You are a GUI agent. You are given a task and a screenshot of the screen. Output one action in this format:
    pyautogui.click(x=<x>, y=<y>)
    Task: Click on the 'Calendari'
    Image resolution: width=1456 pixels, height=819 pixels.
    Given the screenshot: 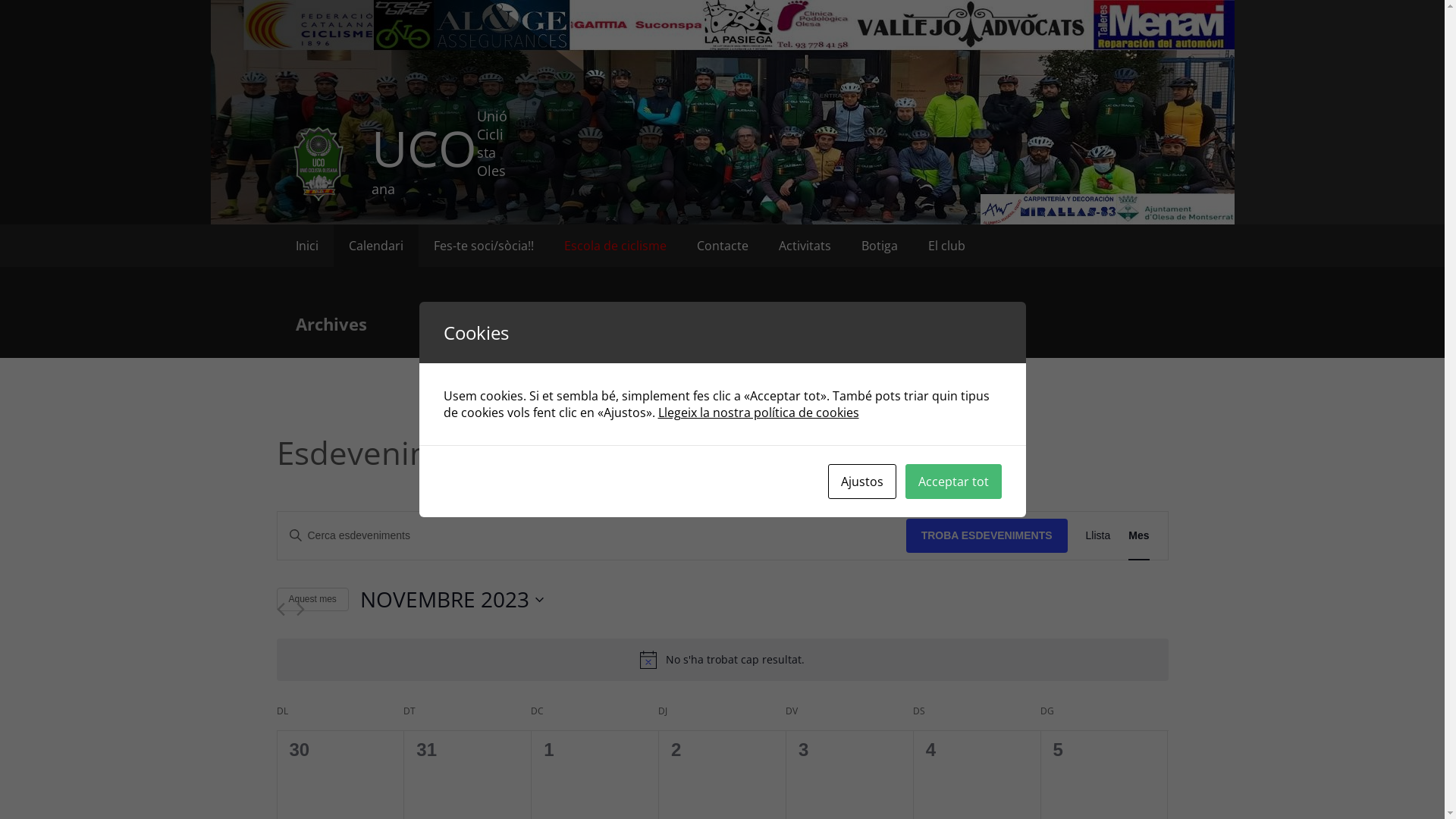 What is the action you would take?
    pyautogui.click(x=333, y=245)
    